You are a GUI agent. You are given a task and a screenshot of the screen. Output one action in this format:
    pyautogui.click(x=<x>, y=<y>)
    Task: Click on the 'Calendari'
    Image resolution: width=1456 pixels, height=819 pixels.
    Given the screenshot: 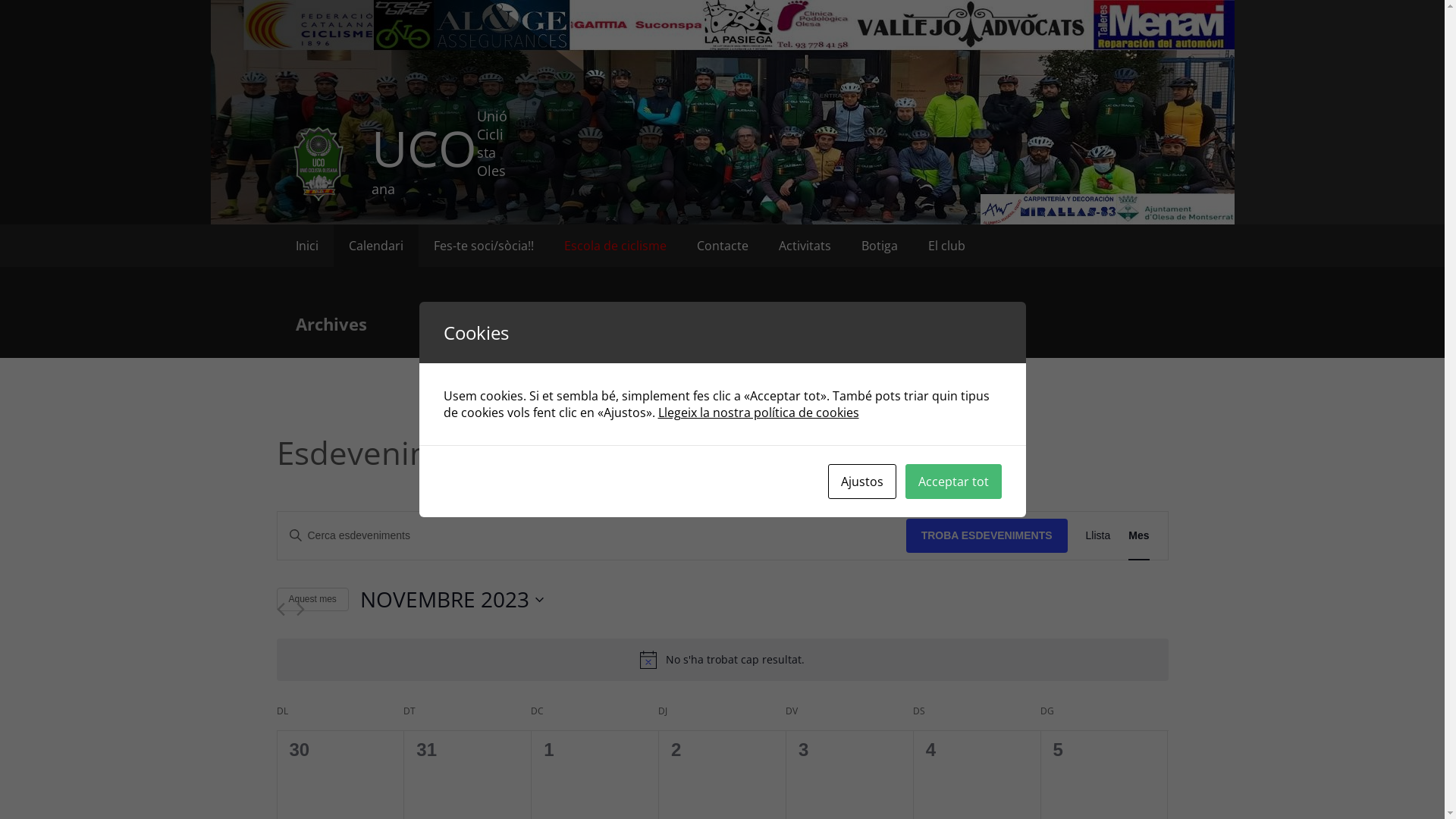 What is the action you would take?
    pyautogui.click(x=333, y=245)
    